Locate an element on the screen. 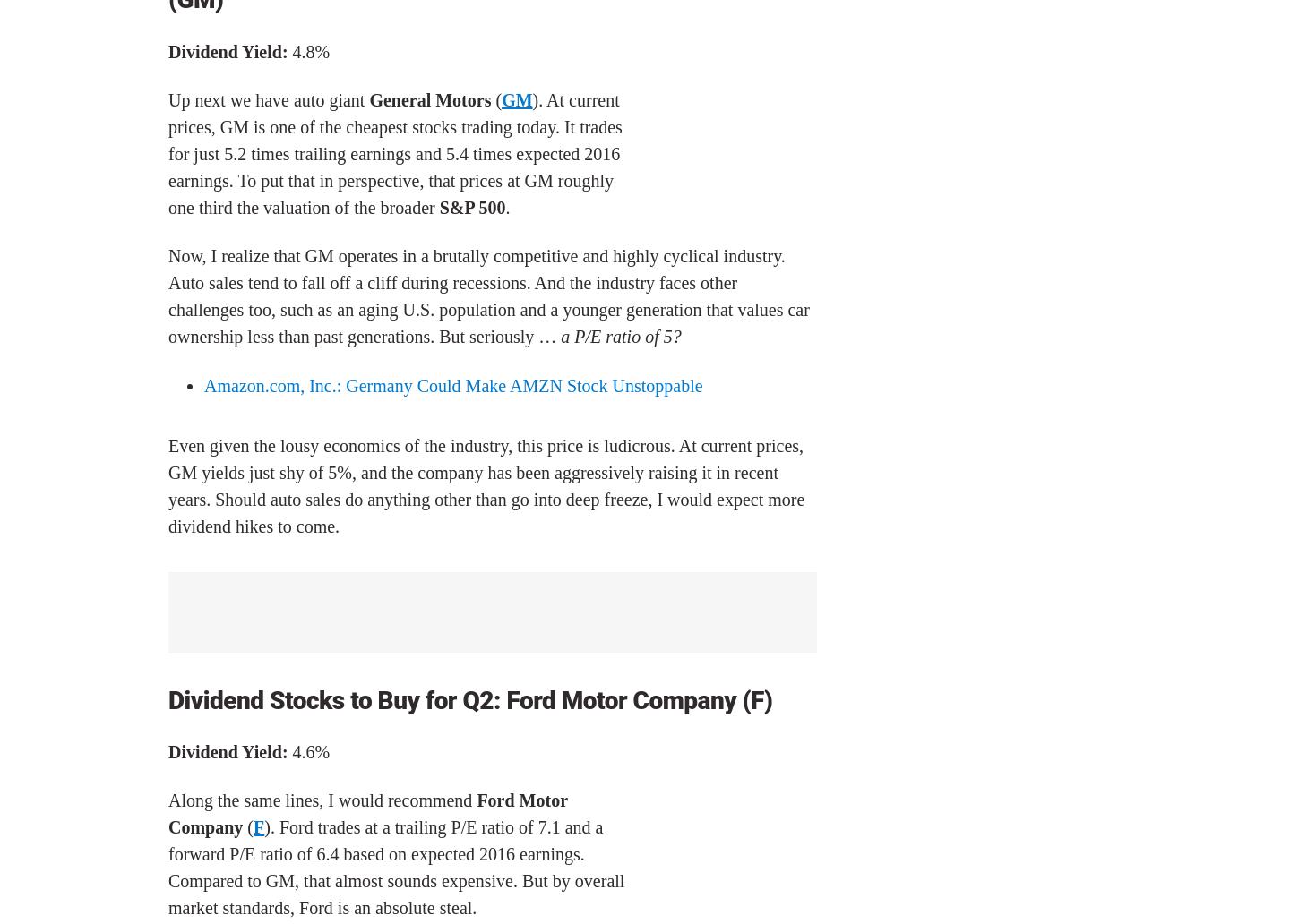 The image size is (1290, 924). 'a P/E ratio of 5?' is located at coordinates (621, 336).